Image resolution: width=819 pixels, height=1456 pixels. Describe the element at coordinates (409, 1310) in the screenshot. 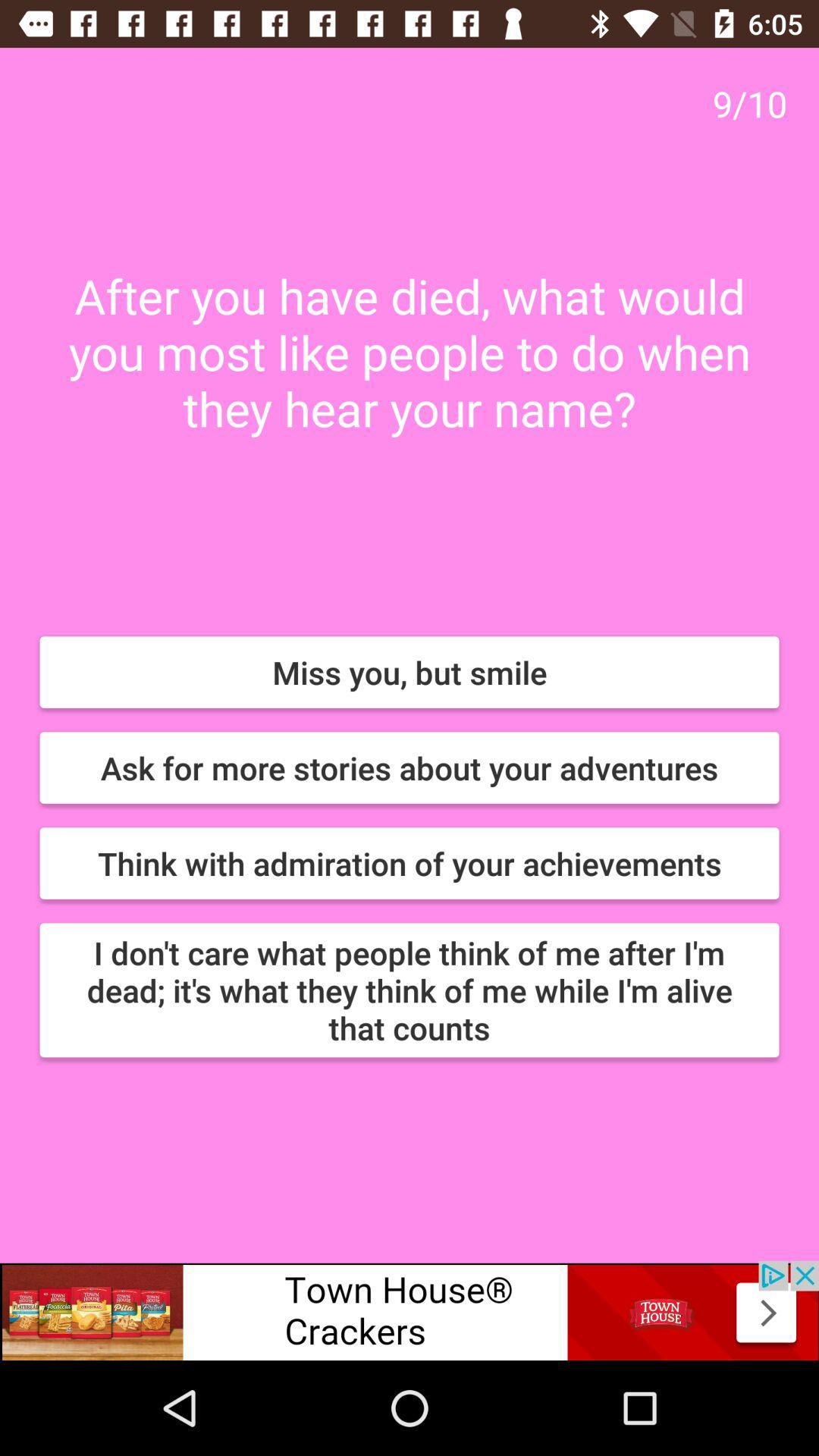

I see `connect to website` at that location.